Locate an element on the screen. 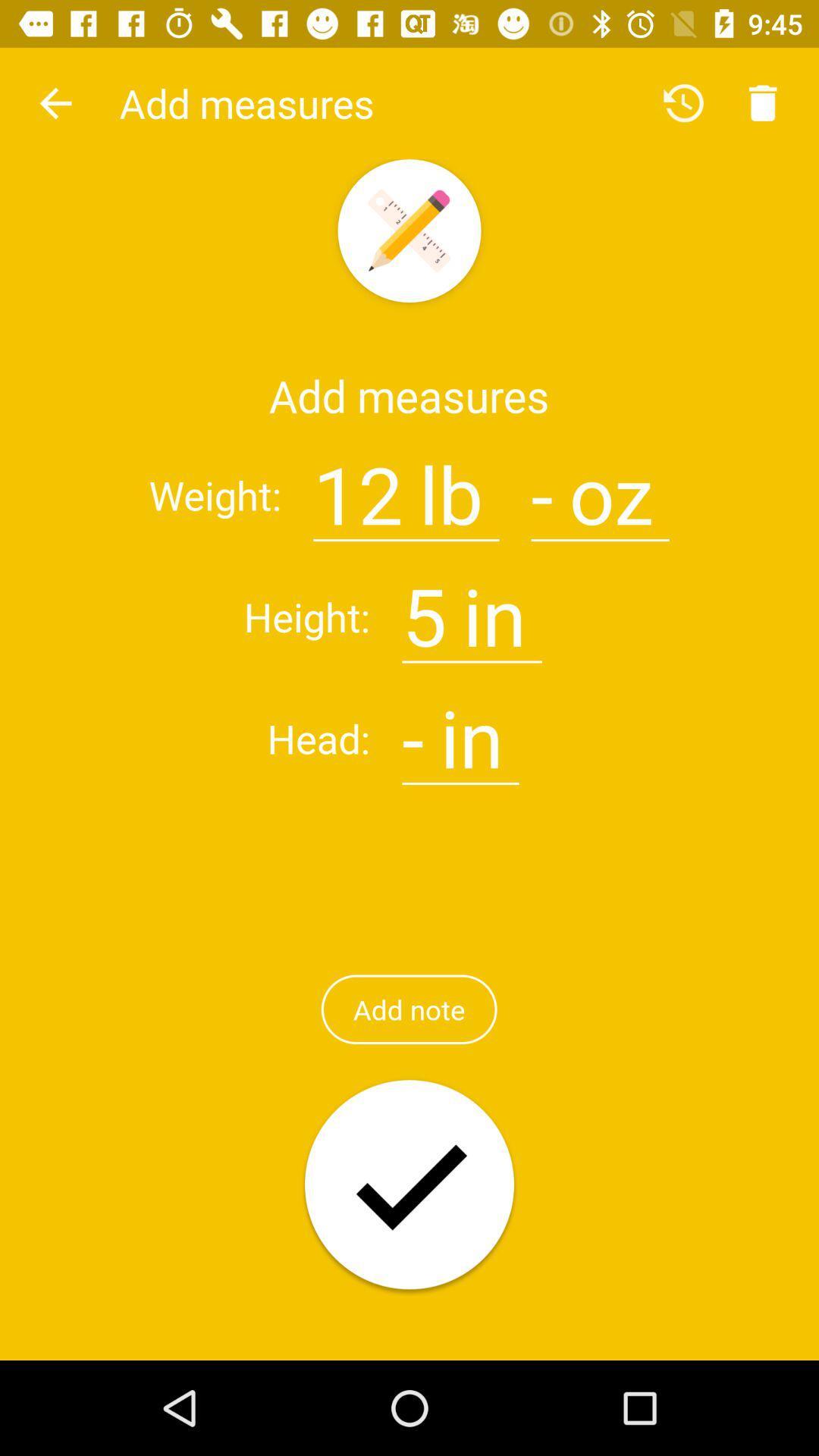 Image resolution: width=819 pixels, height=1456 pixels. the icon next to : item is located at coordinates (424, 607).